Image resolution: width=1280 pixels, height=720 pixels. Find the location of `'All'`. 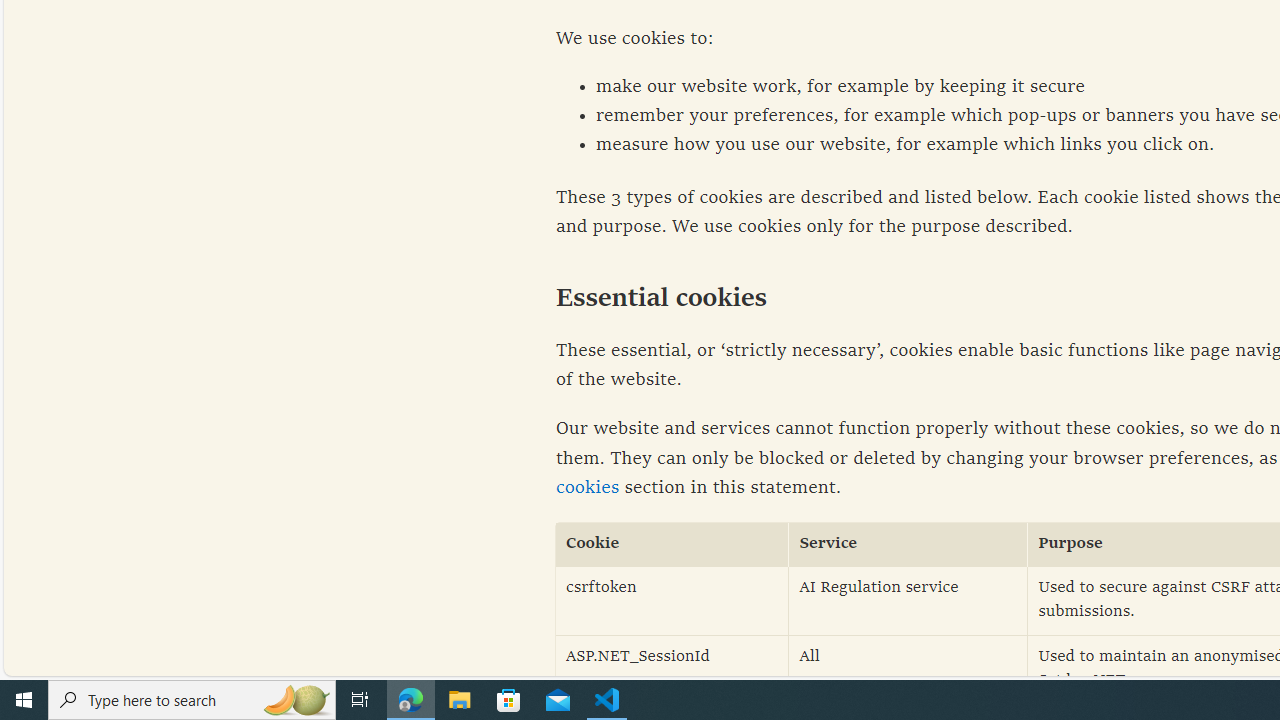

'All' is located at coordinates (907, 669).